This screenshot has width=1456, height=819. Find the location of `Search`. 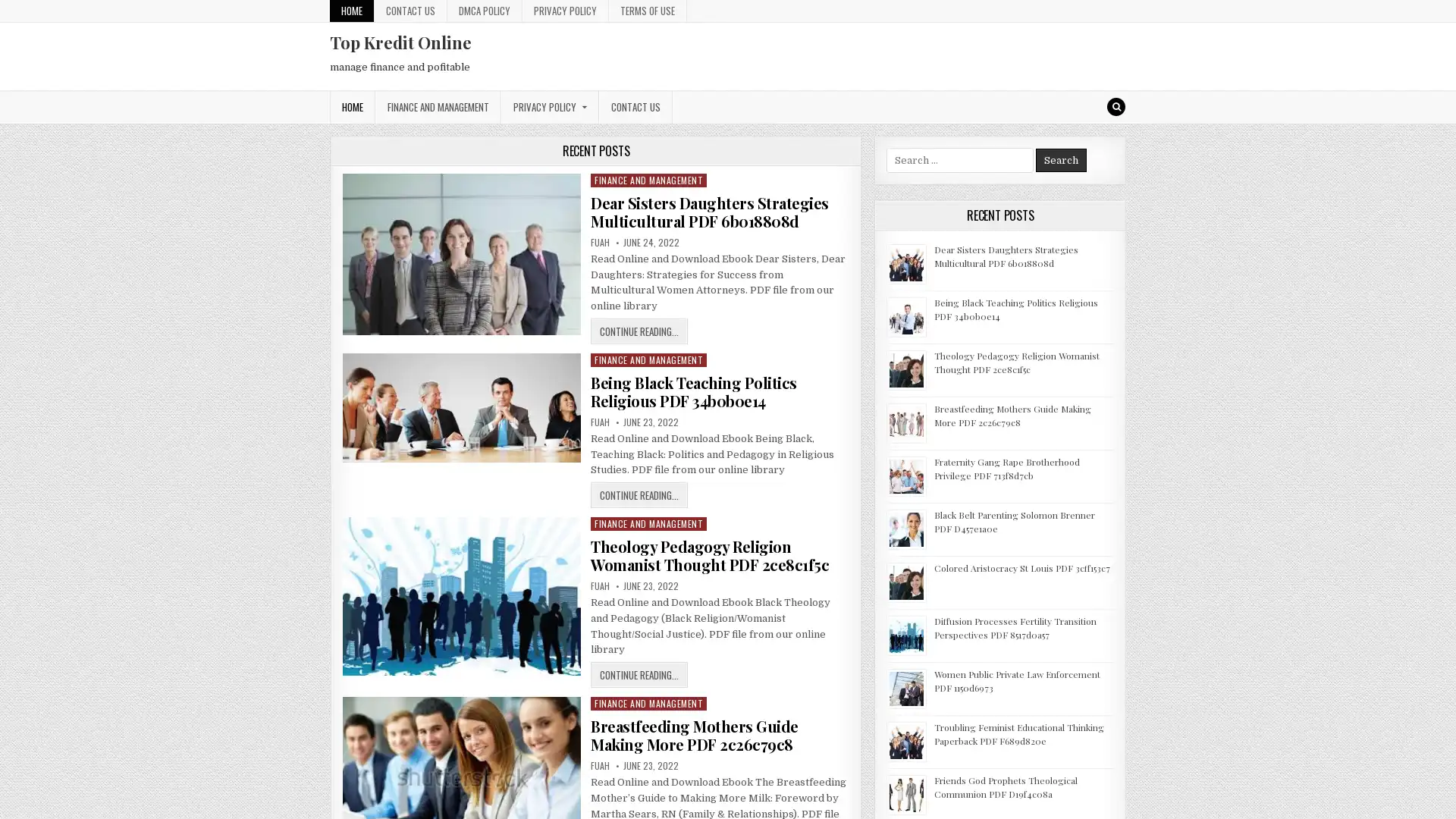

Search is located at coordinates (1060, 160).